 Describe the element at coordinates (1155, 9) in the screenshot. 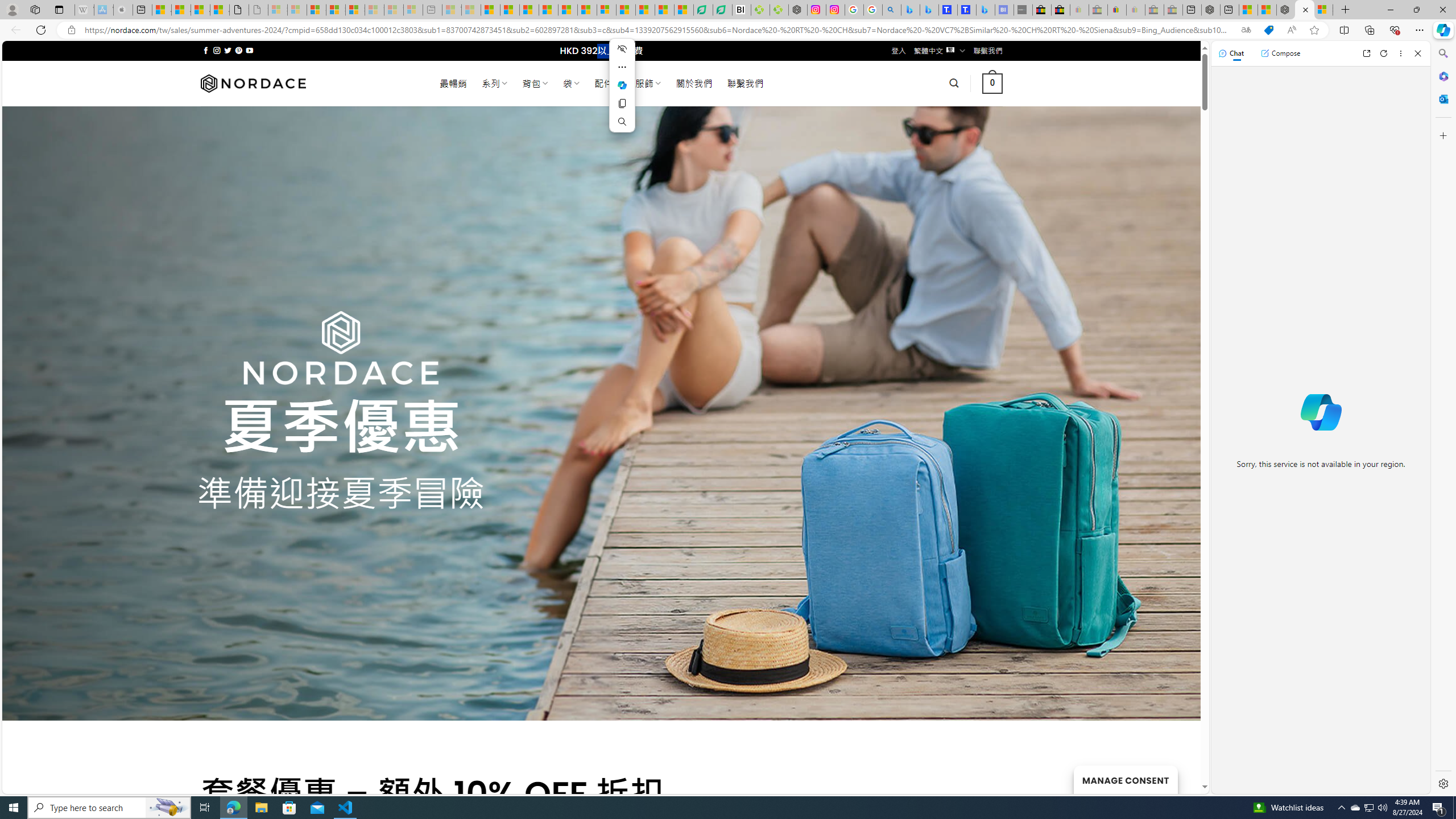

I see `'Press Room - eBay Inc. - Sleeping'` at that location.